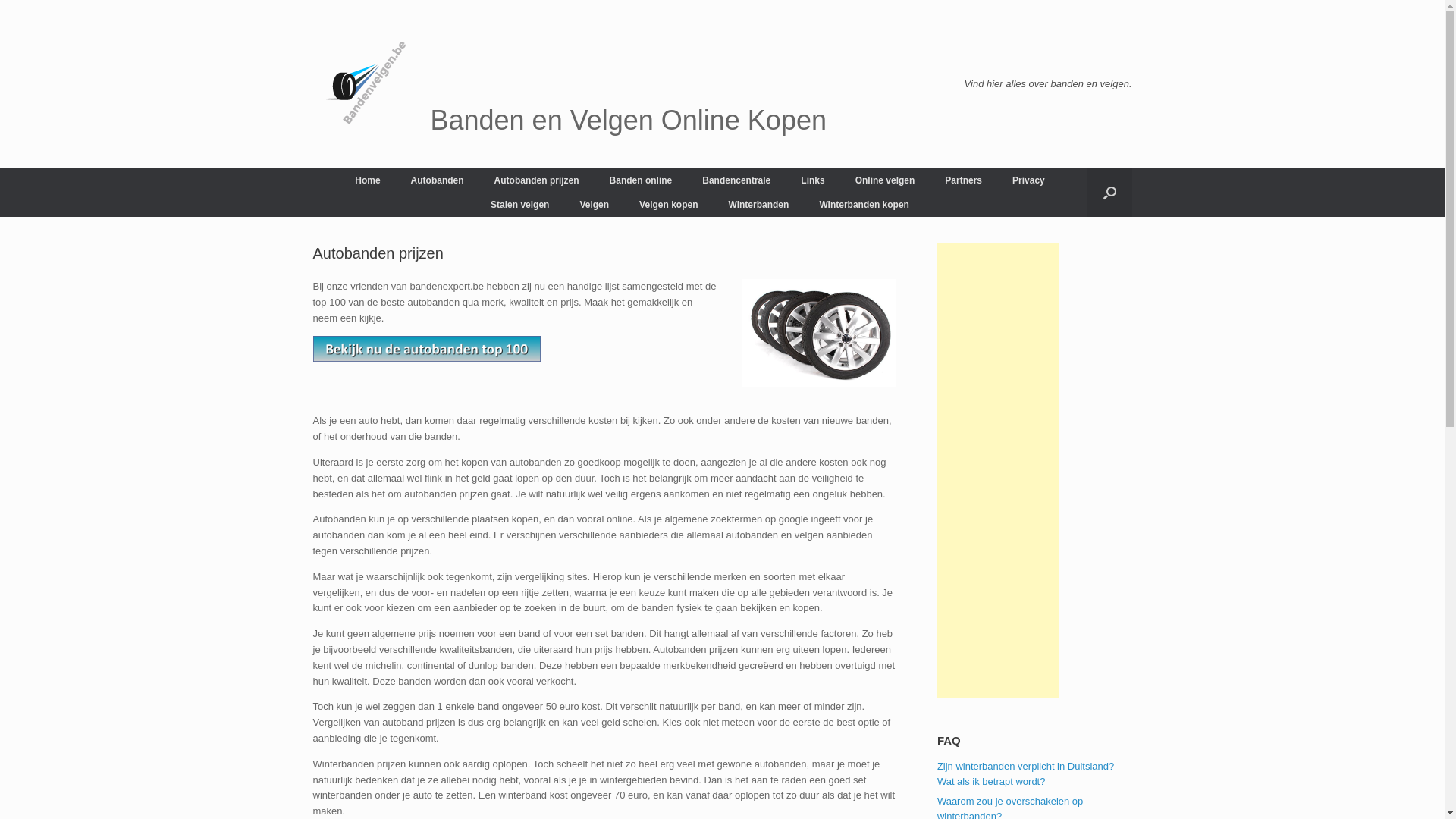  I want to click on 'Banden en Velgen Online Kopen', so click(568, 84).